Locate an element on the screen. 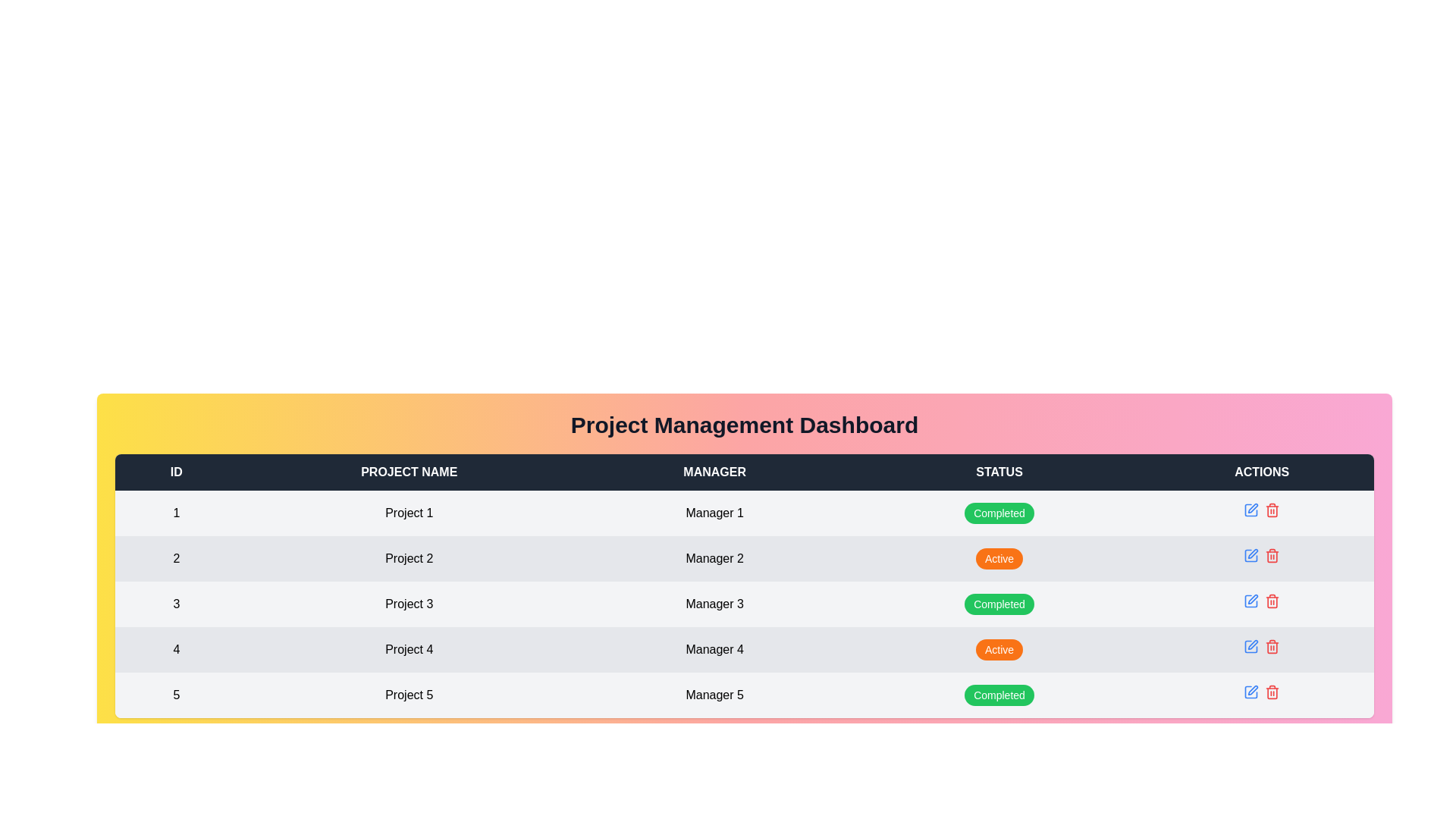 This screenshot has width=1456, height=819. the delete button located in the 'Actions' column of the last row in the table to initiate a deletion action is located at coordinates (1272, 646).